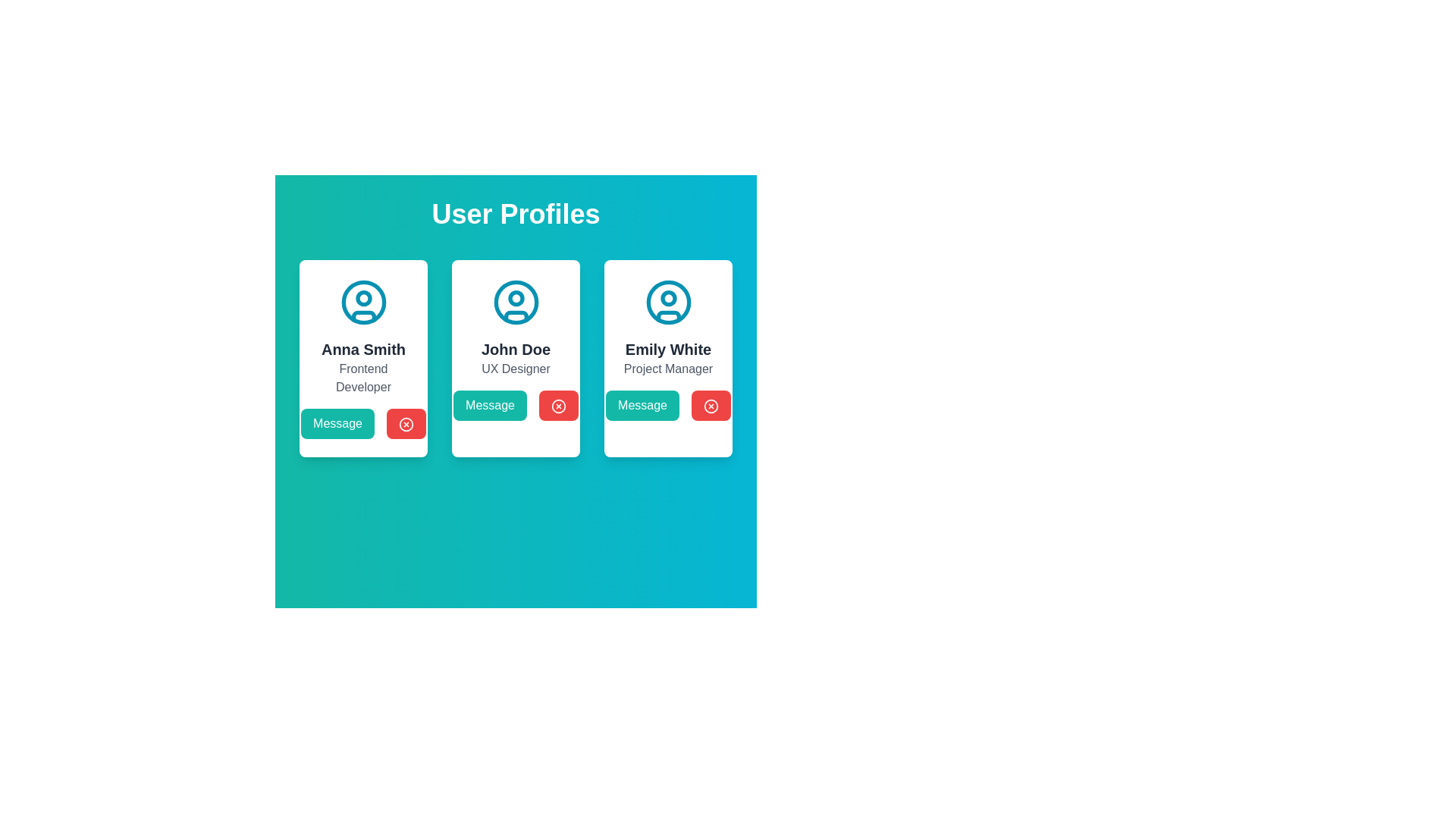 Image resolution: width=1456 pixels, height=819 pixels. What do you see at coordinates (667, 302) in the screenshot?
I see `the Profile icon, which is a cyan SVG graphic representing a user profile, located at the top center of the third user profile card from the left` at bounding box center [667, 302].